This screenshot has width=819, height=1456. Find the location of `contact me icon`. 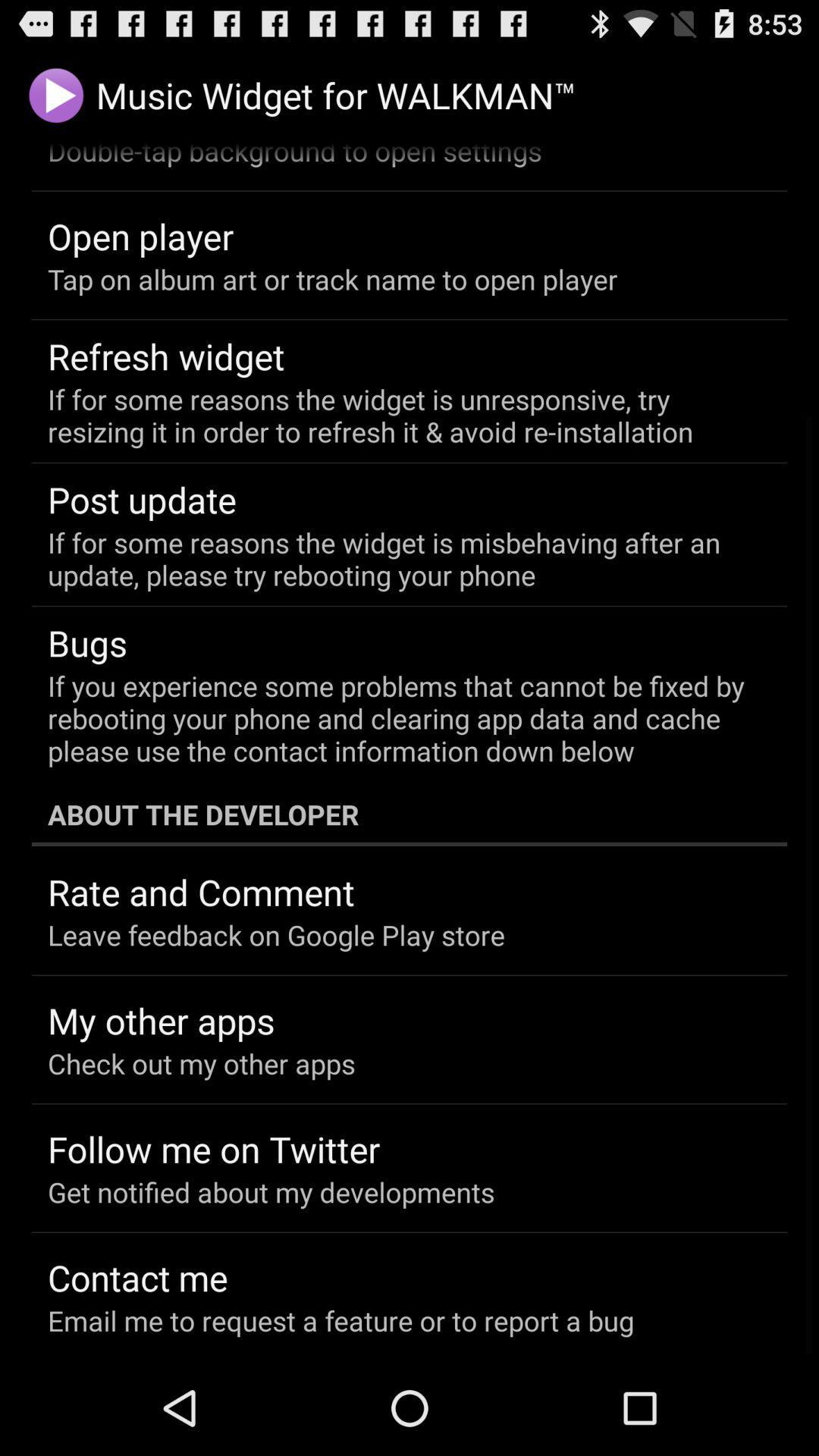

contact me icon is located at coordinates (137, 1276).